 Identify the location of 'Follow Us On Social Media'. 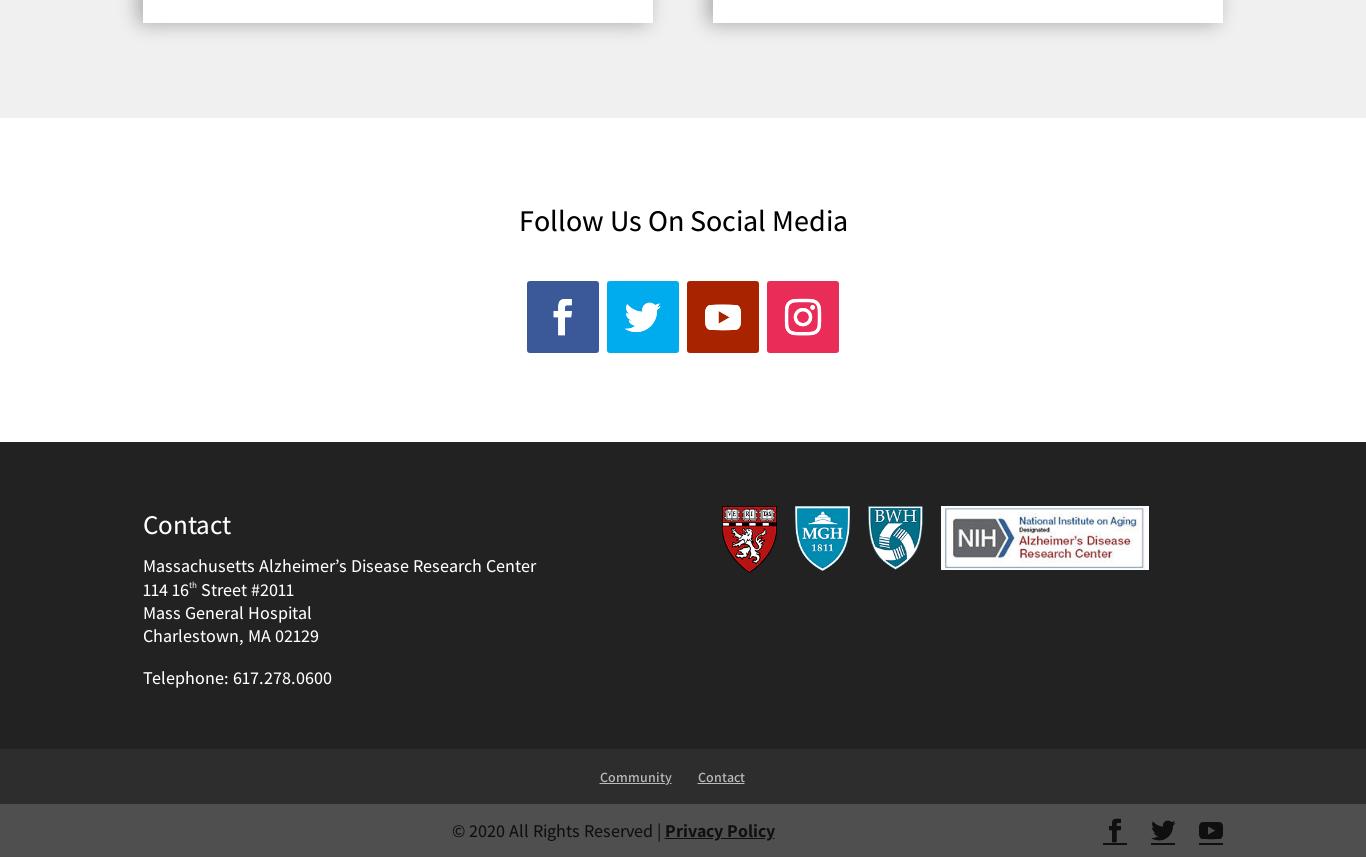
(517, 217).